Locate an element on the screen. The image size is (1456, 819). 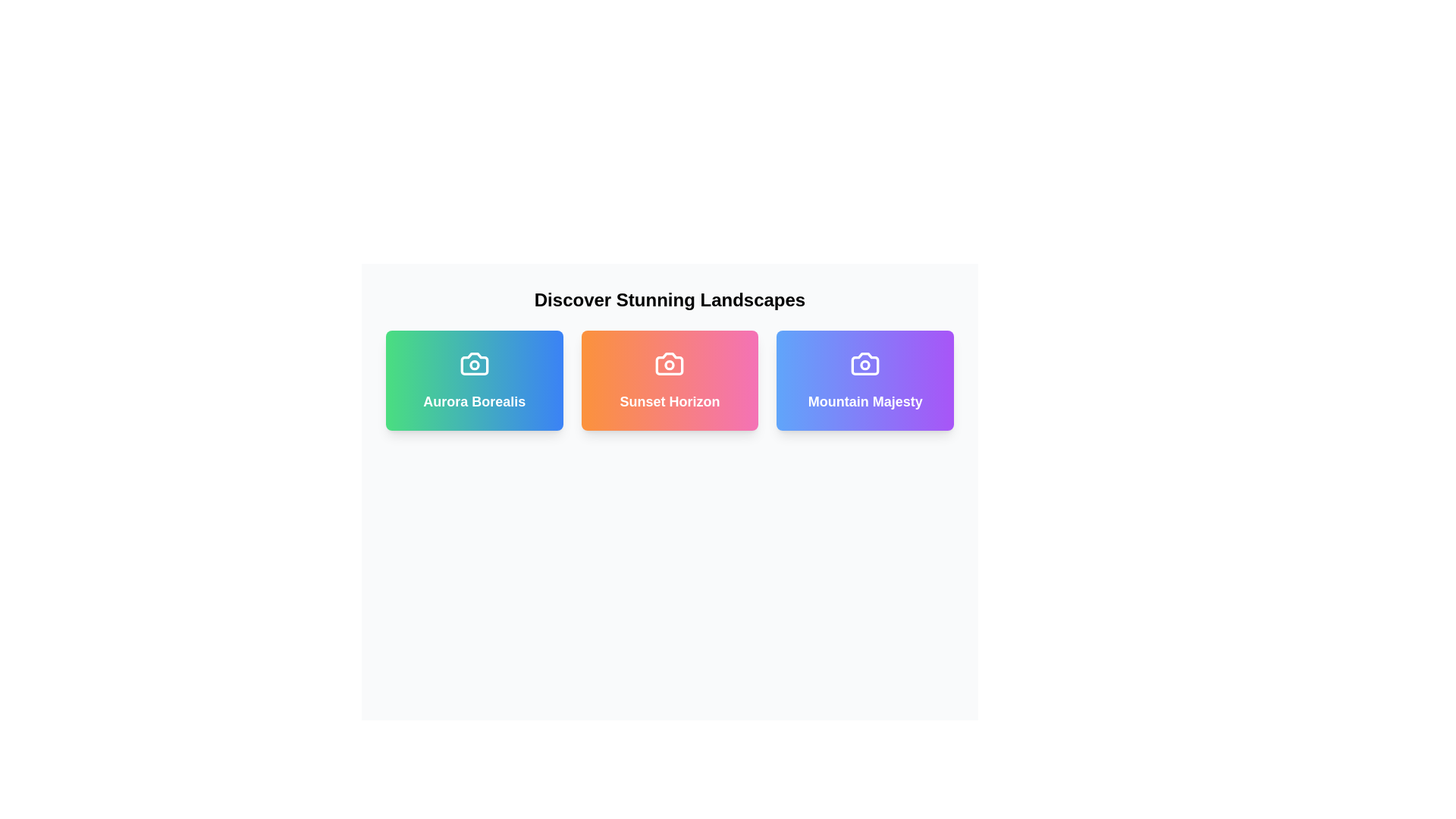
heading text that introduces or highlights the thematic content, positioned above the elements 'Aurora Borealis', 'Sunset Horizon', and 'Mountain Majesty' is located at coordinates (669, 300).